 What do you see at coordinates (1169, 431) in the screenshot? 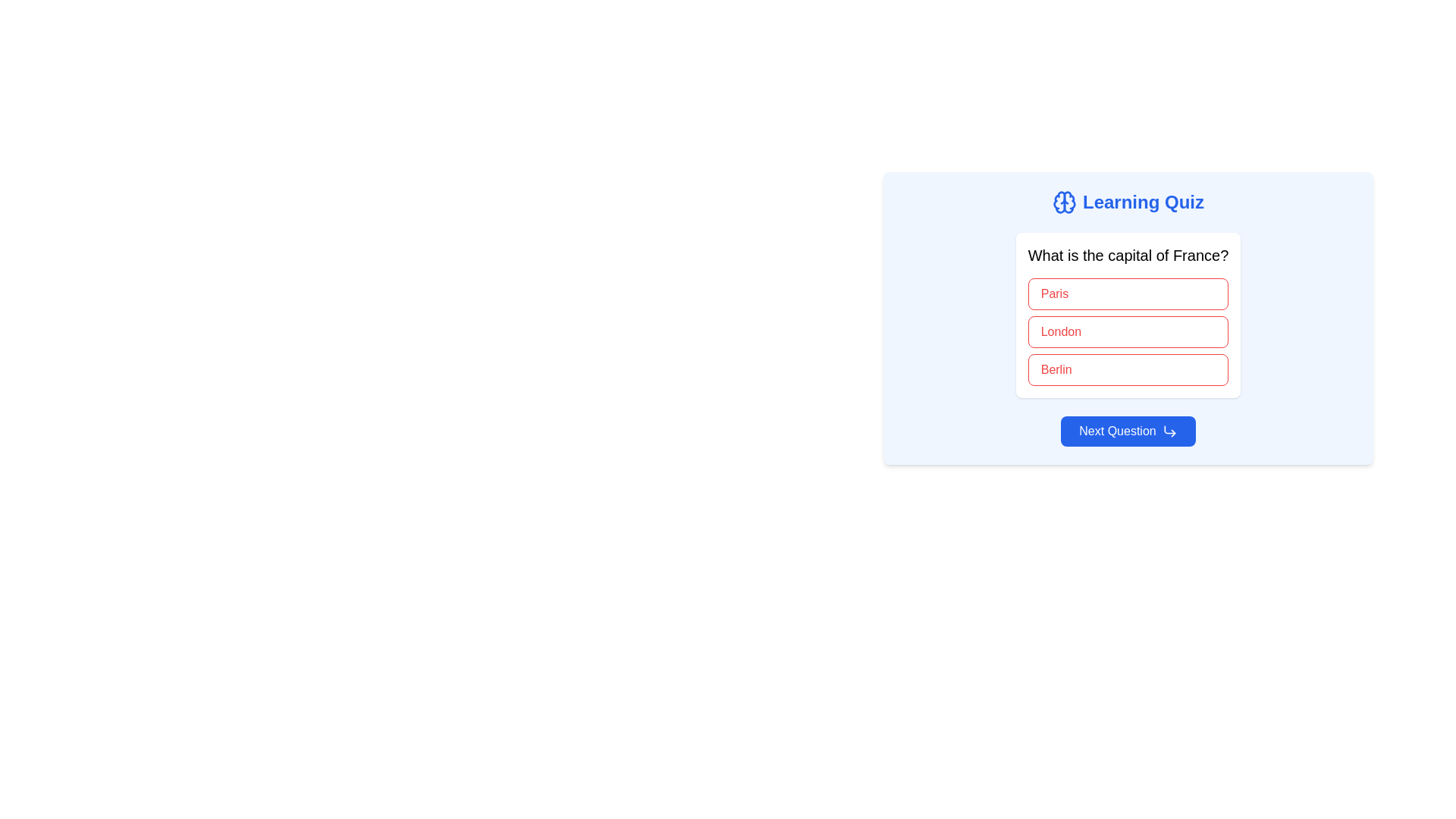
I see `the upward curved arrow icon in white on a blue background` at bounding box center [1169, 431].